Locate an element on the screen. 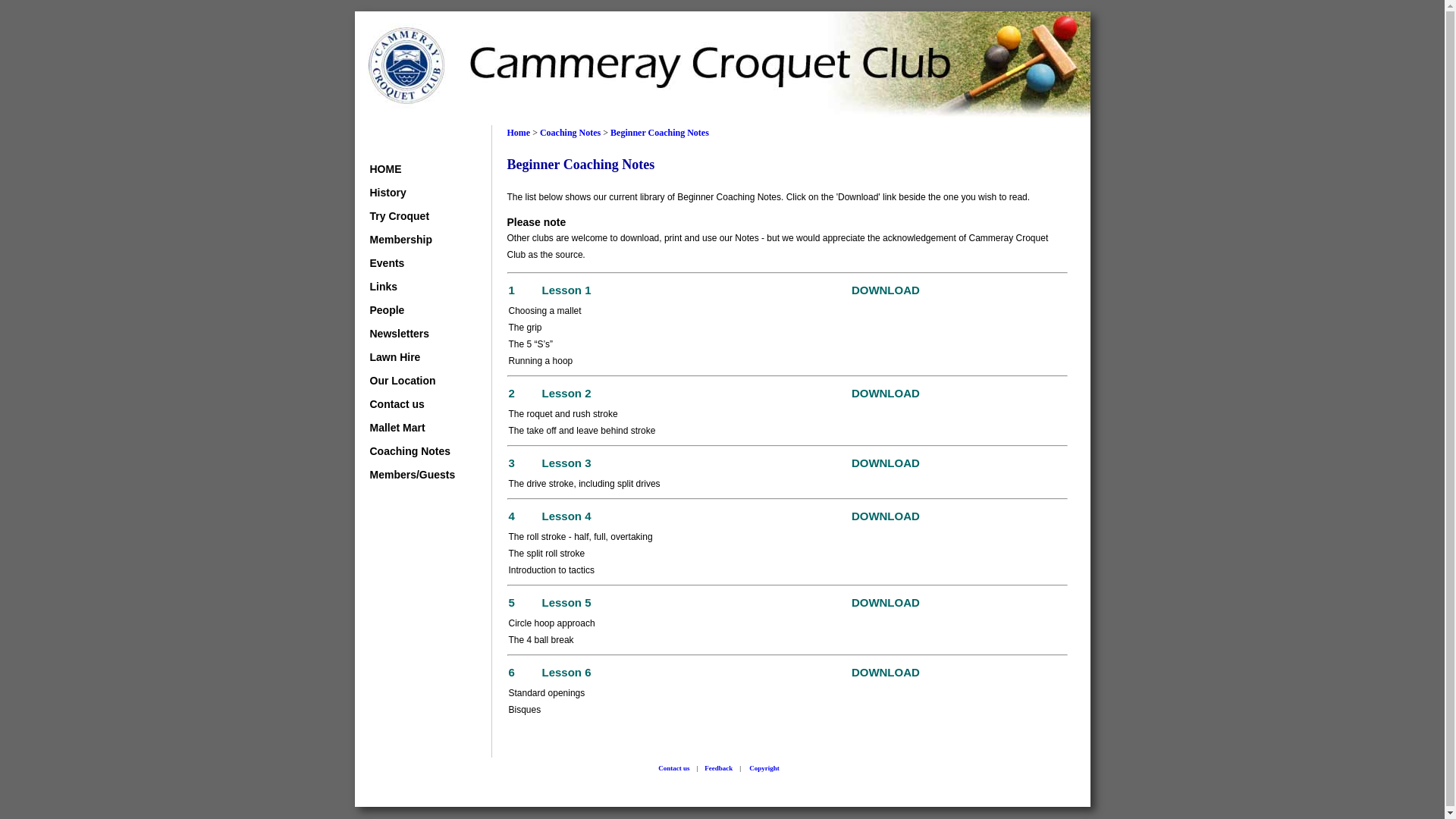 The height and width of the screenshot is (819, 1456). 'Lawn Hire' is located at coordinates (414, 356).